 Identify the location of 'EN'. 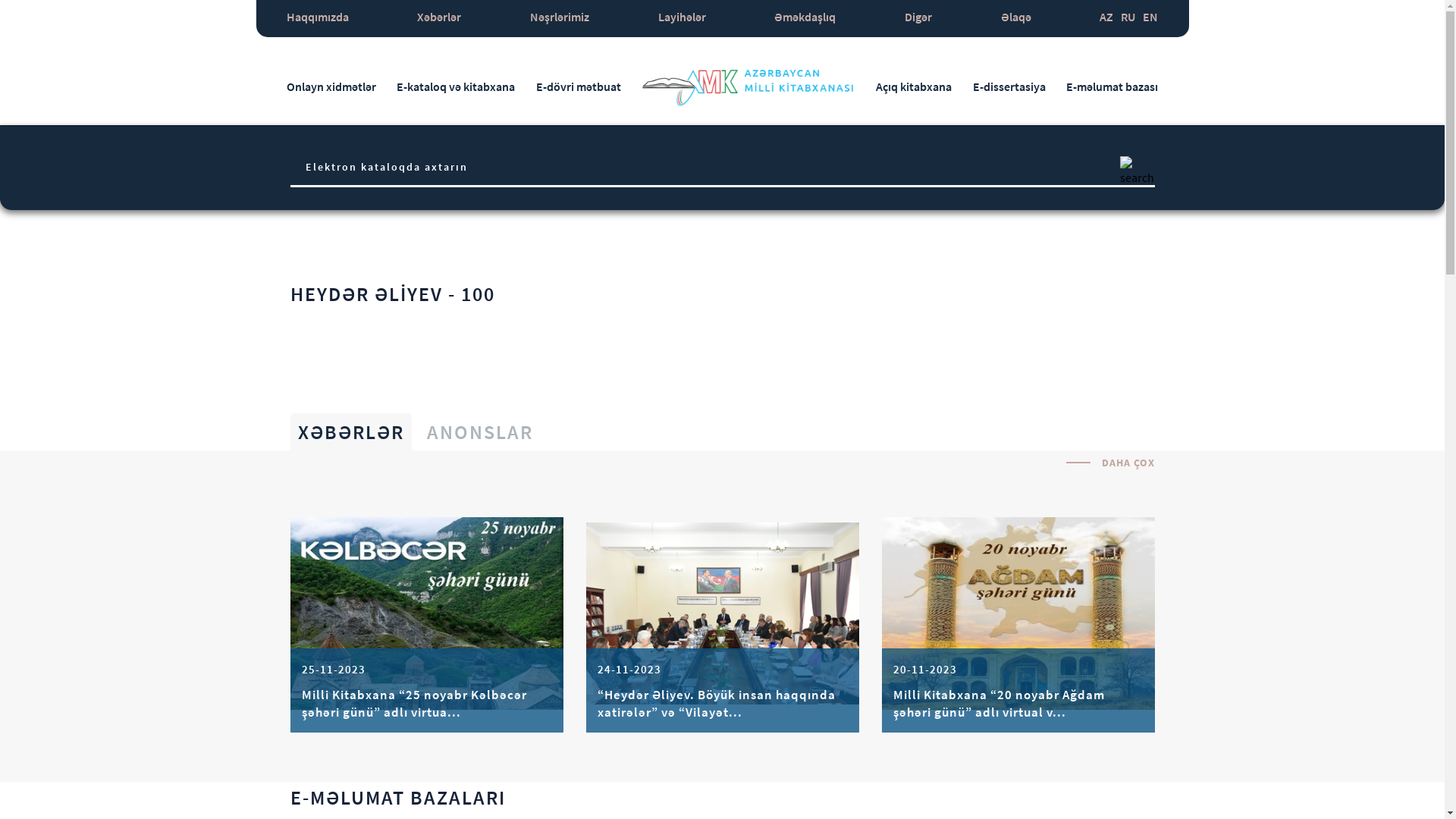
(1150, 18).